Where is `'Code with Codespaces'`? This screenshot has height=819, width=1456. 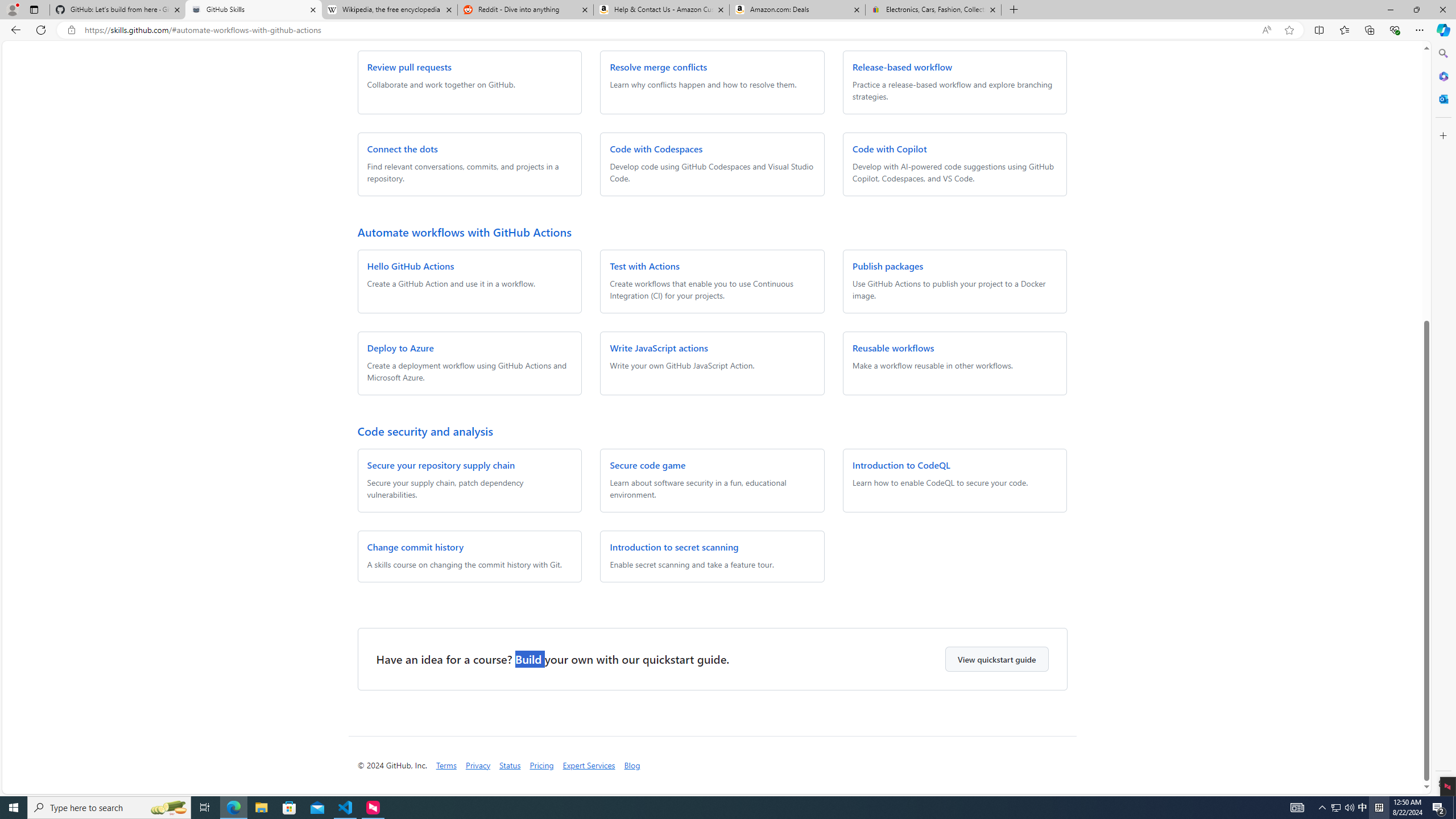
'Code with Codespaces' is located at coordinates (656, 148).